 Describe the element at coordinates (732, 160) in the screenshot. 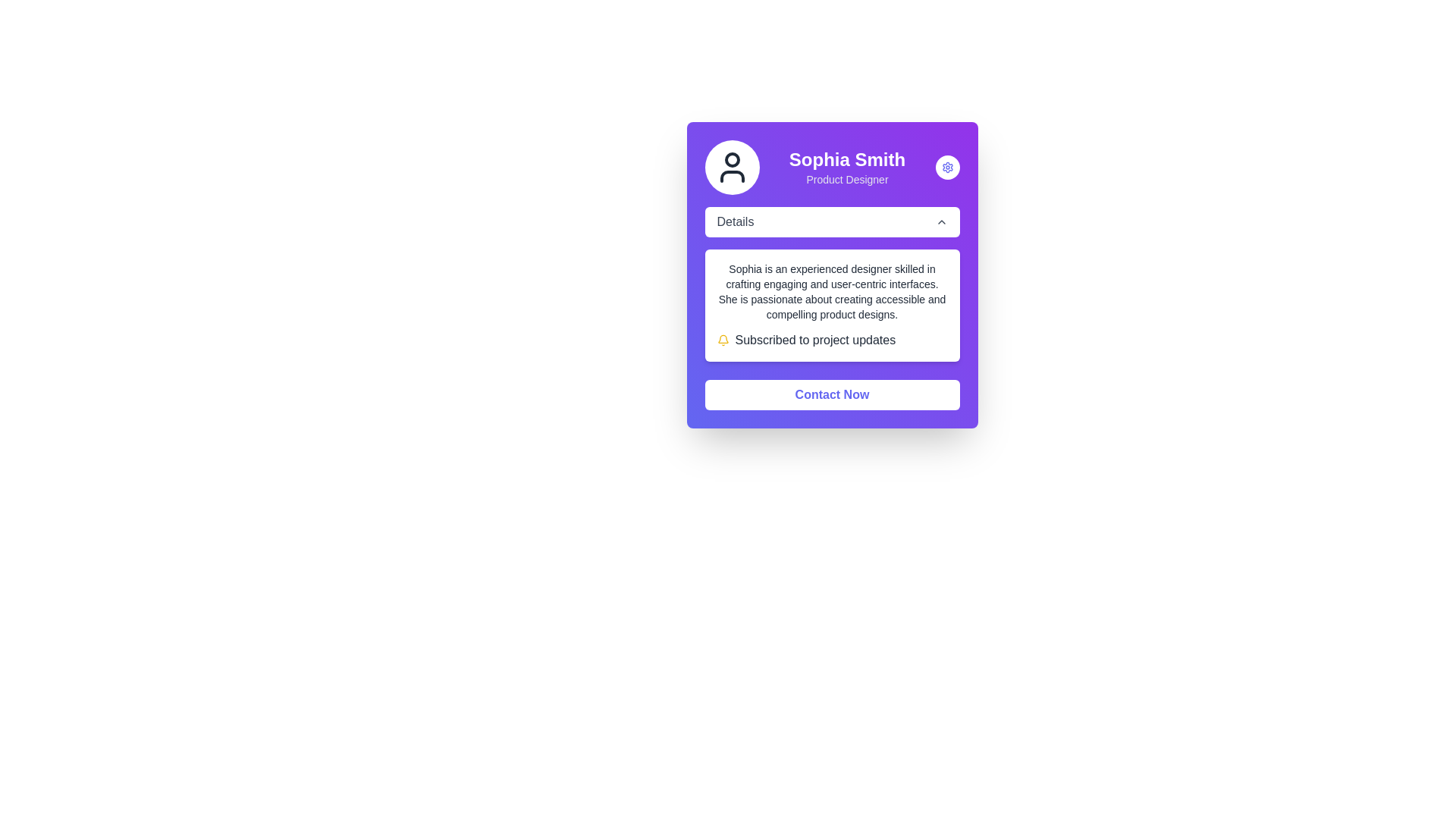

I see `the uppermost circular part of the user profile icon, which has a black border and a transparent interior, located adjacent to the name 'Sophia Smith' and her title 'Product Designer'` at that location.